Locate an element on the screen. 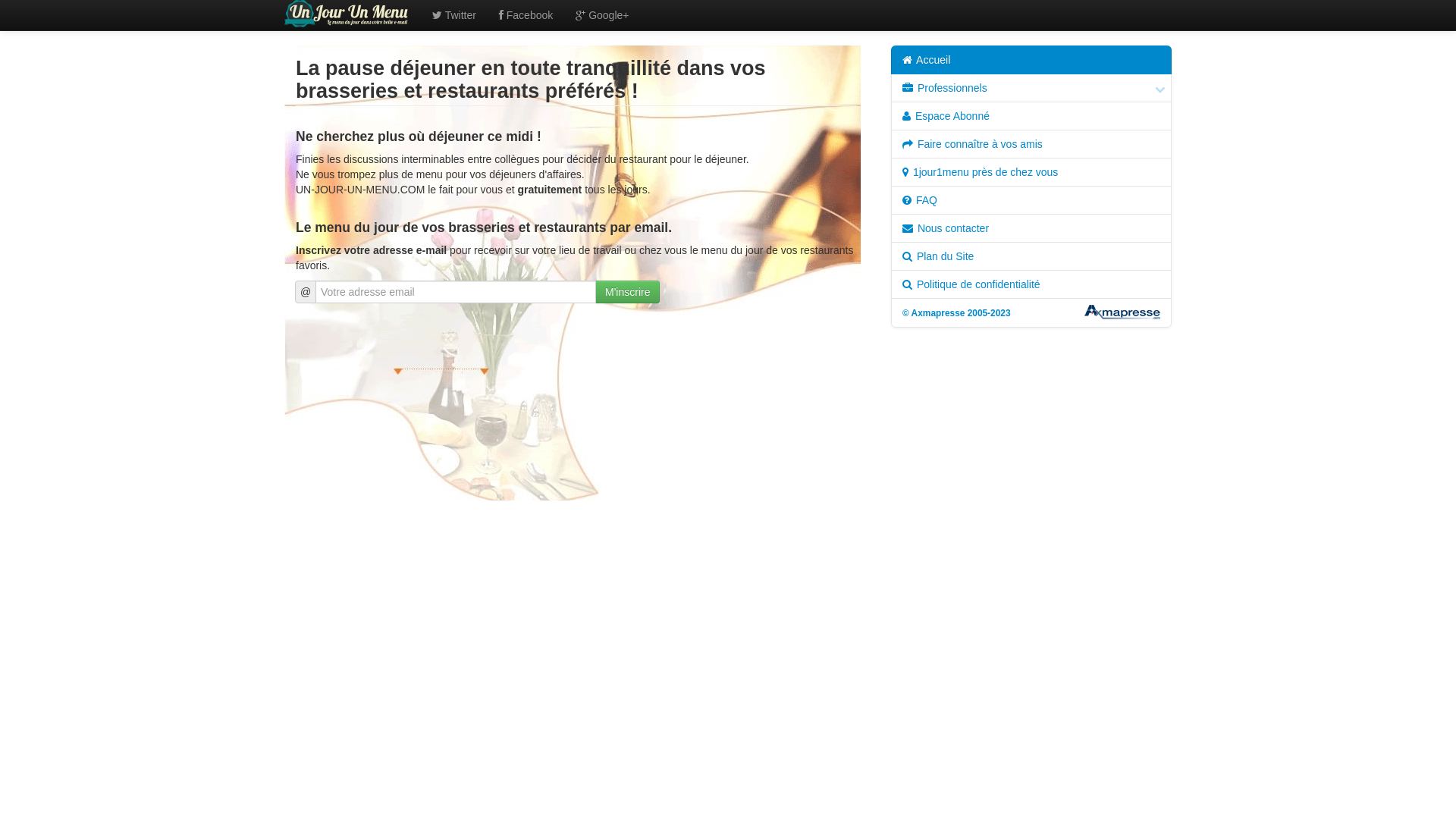 Image resolution: width=1456 pixels, height=819 pixels. 'Professionnels' is located at coordinates (1031, 87).